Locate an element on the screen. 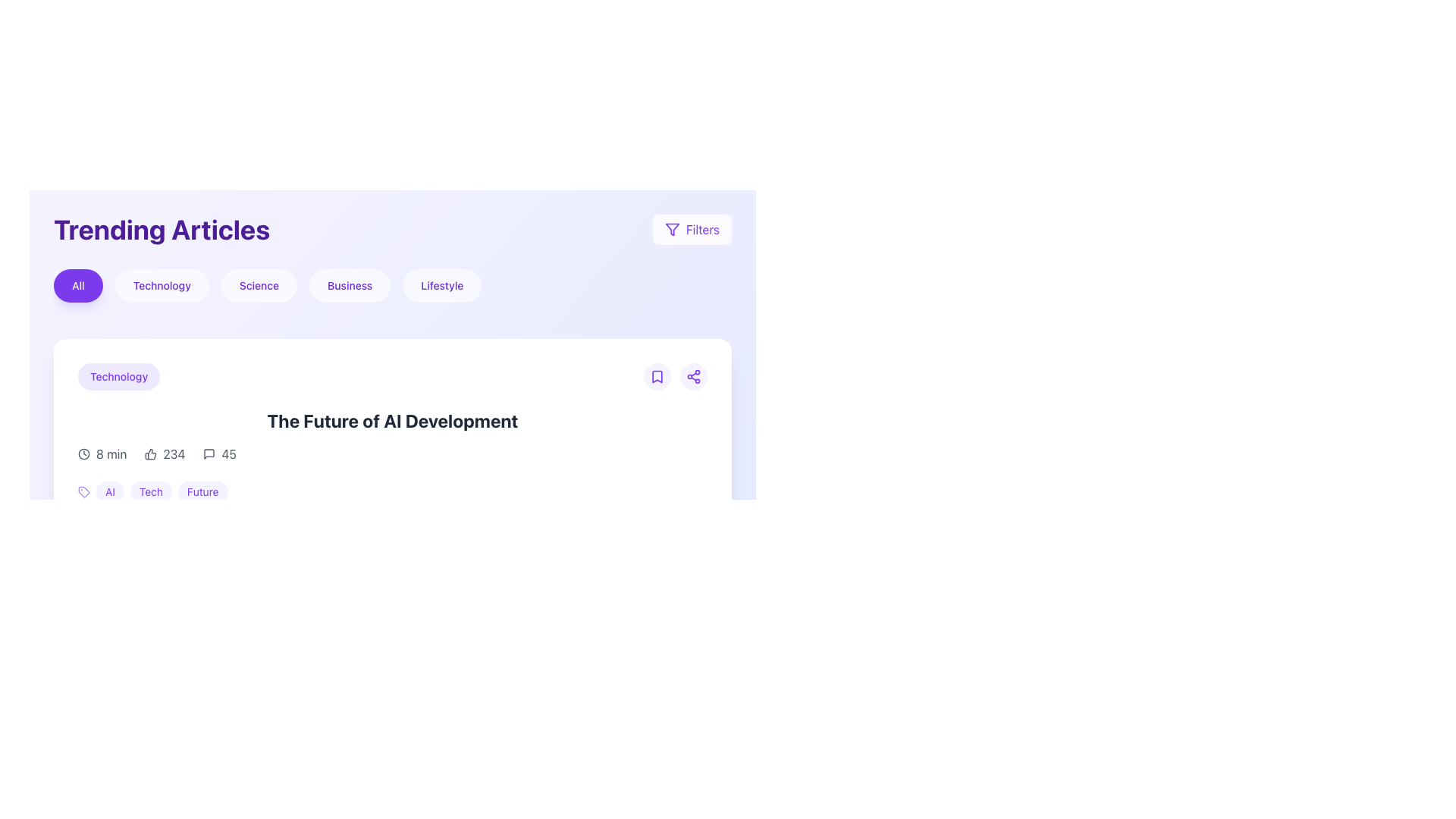 This screenshot has height=819, width=1456. the visual indicator icon that shows the estimated reading time, which is positioned to the left of the text '8 min' and centrally aligned within its horizontal group below the article title is located at coordinates (83, 453).